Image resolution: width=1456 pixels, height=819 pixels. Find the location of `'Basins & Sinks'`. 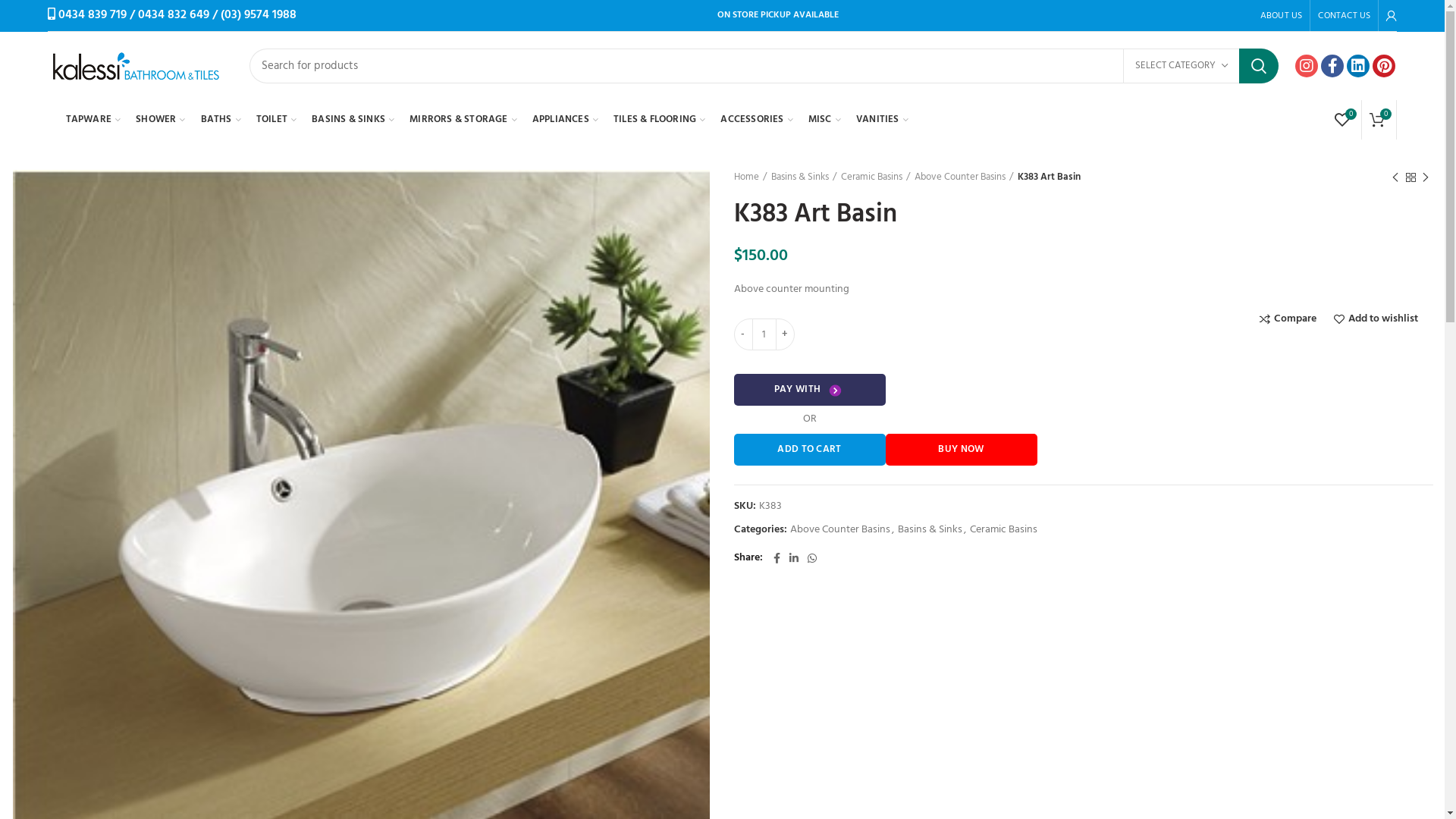

'Basins & Sinks' is located at coordinates (802, 177).